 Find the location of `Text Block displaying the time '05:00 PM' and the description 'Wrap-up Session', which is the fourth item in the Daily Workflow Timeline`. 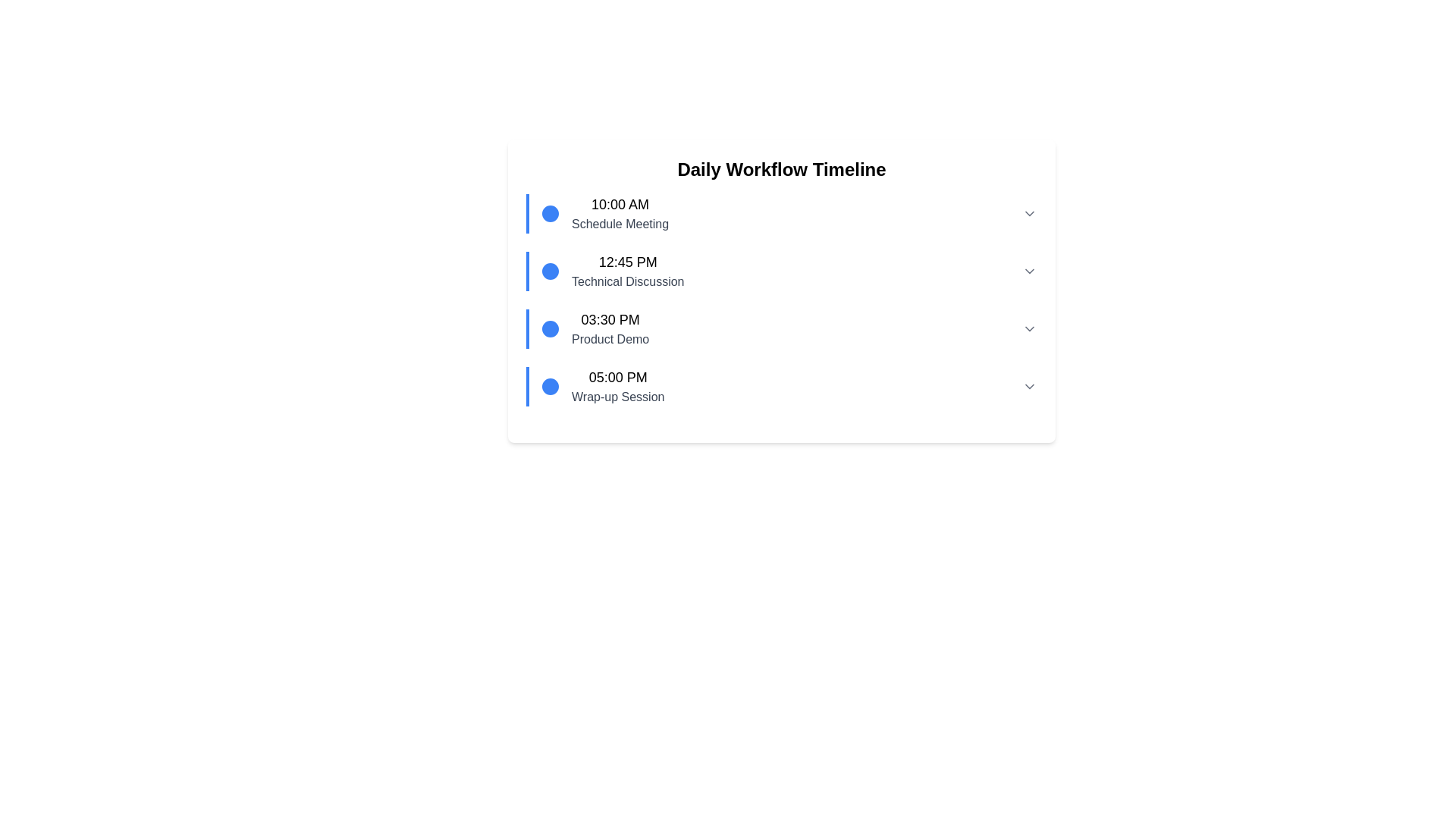

Text Block displaying the time '05:00 PM' and the description 'Wrap-up Session', which is the fourth item in the Daily Workflow Timeline is located at coordinates (618, 385).